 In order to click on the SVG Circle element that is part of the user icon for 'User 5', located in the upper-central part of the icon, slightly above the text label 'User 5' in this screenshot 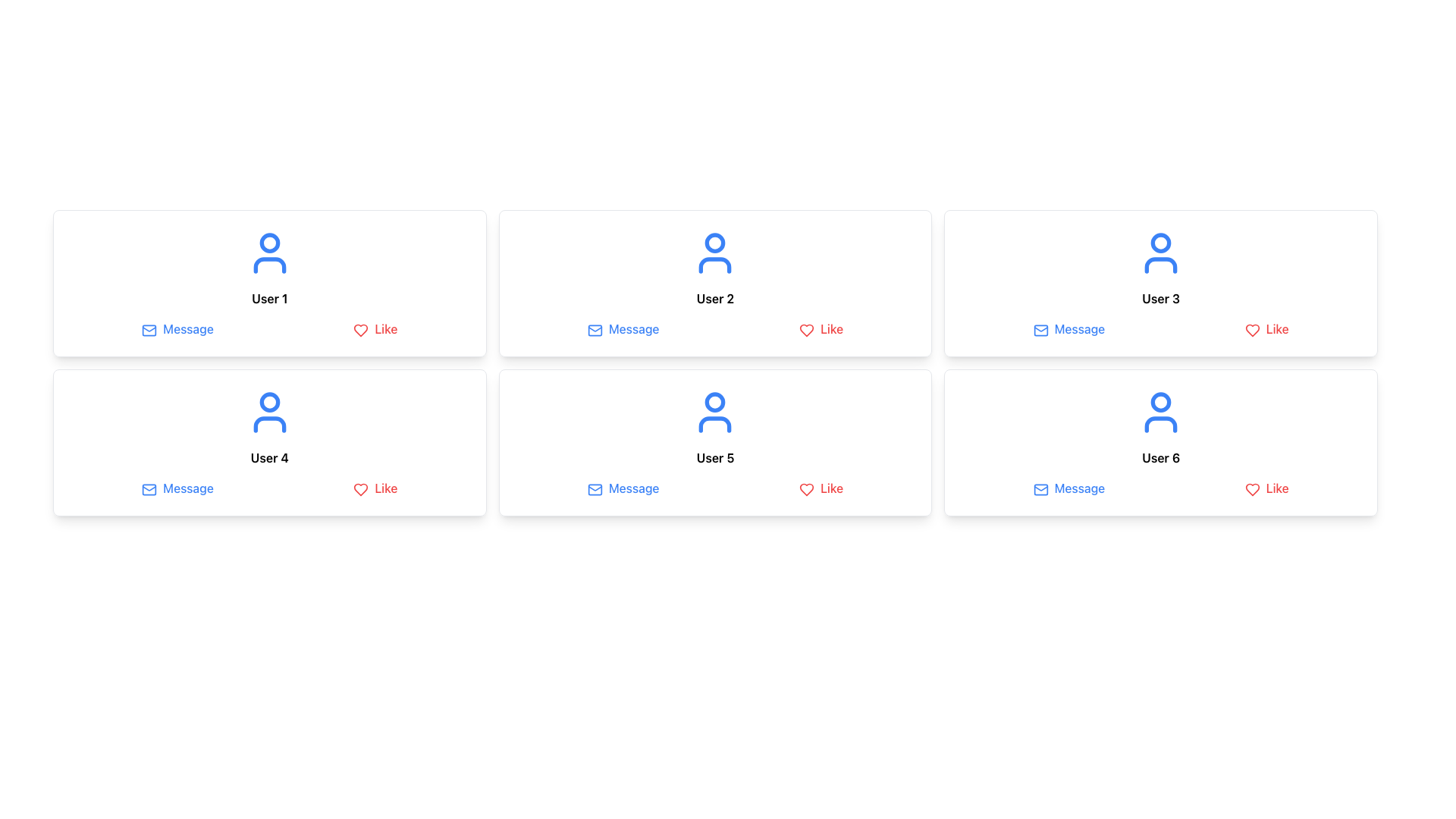, I will do `click(714, 401)`.